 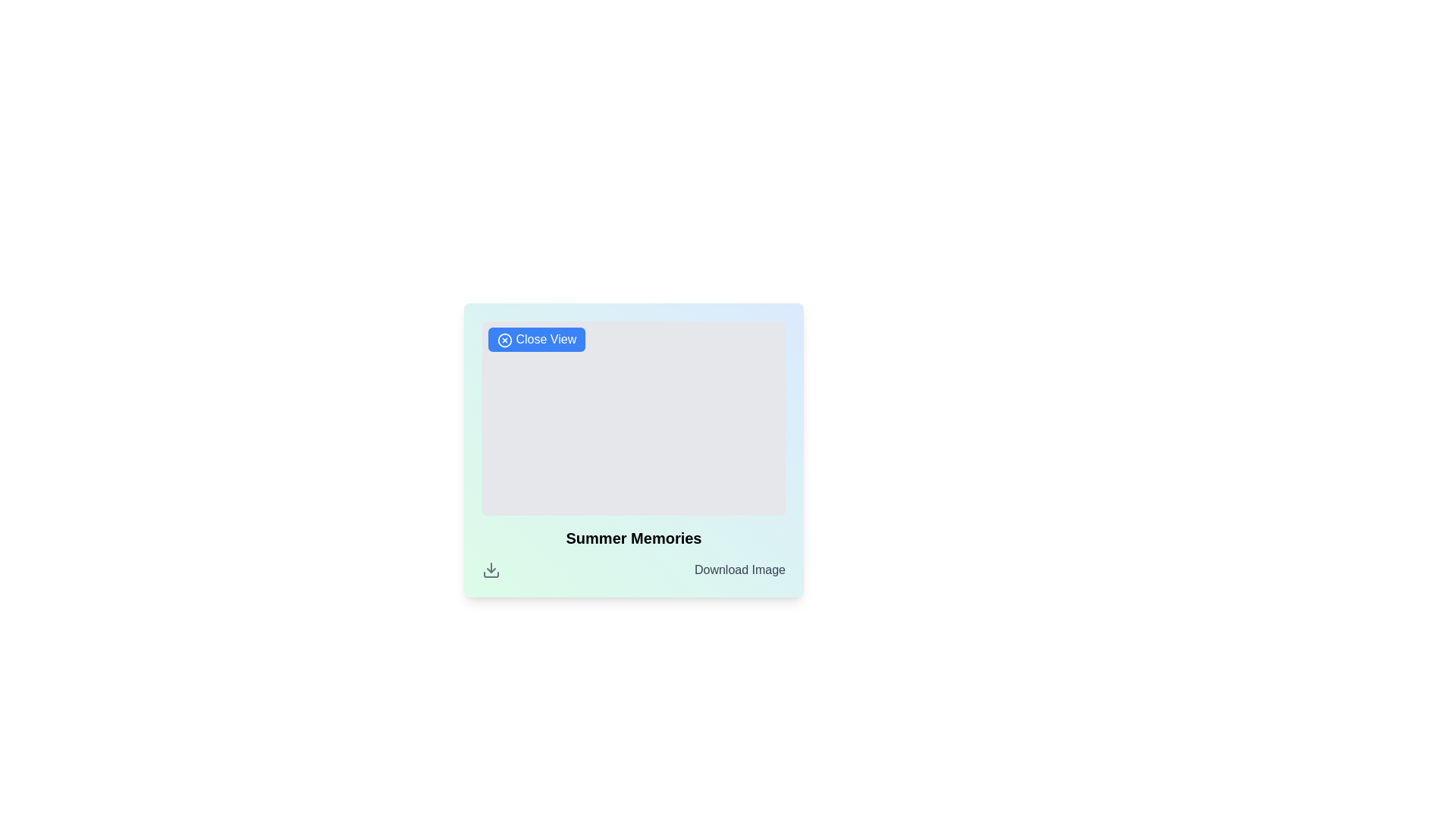 I want to click on the thin rectangular base of the download icon located at the lower left corner of the 'Summer Memories' card, so click(x=491, y=575).